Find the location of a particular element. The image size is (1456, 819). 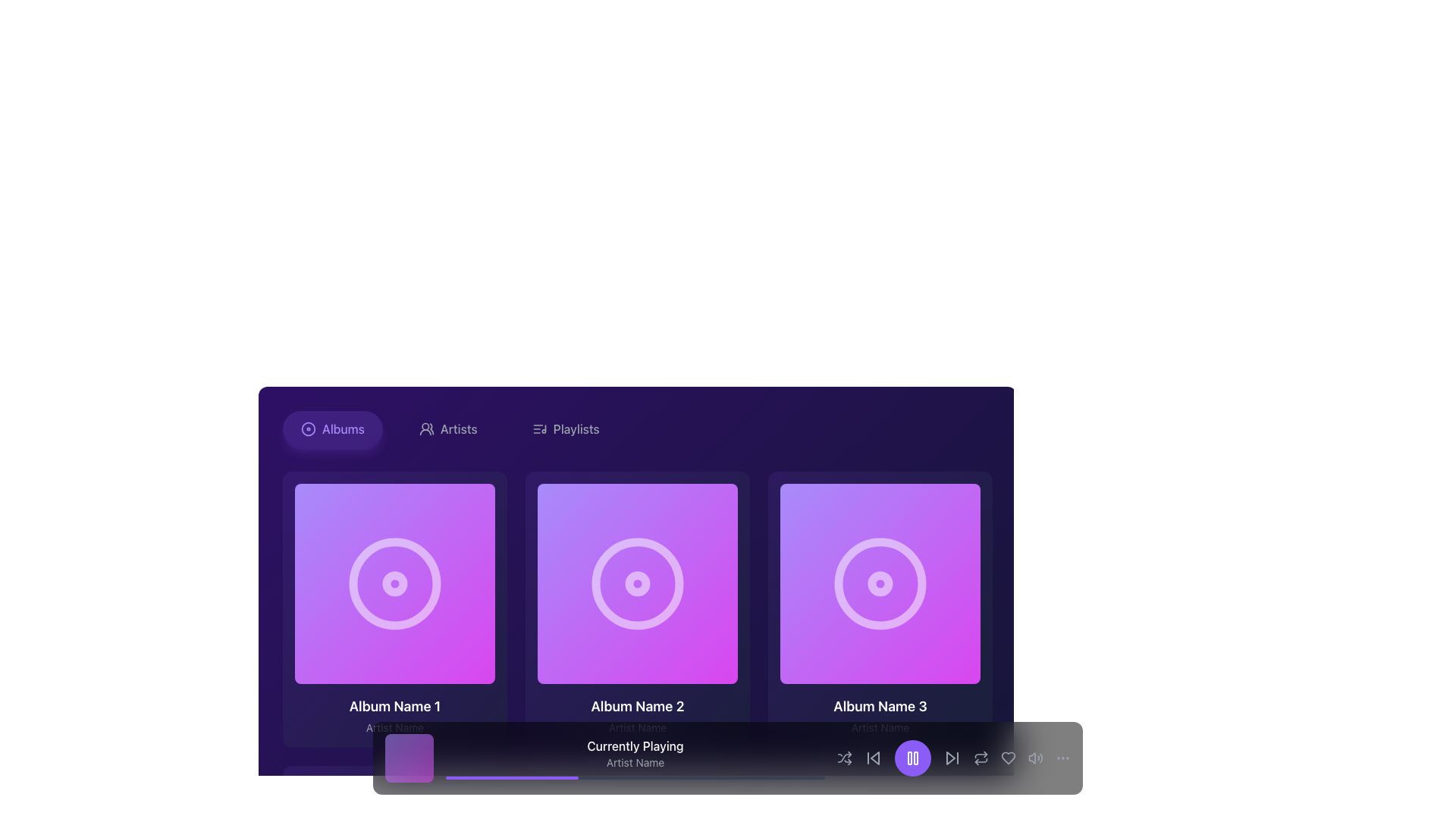

the small solid circle graphic icon located in the middle of the second album card in the horizontal list of album cards is located at coordinates (637, 583).